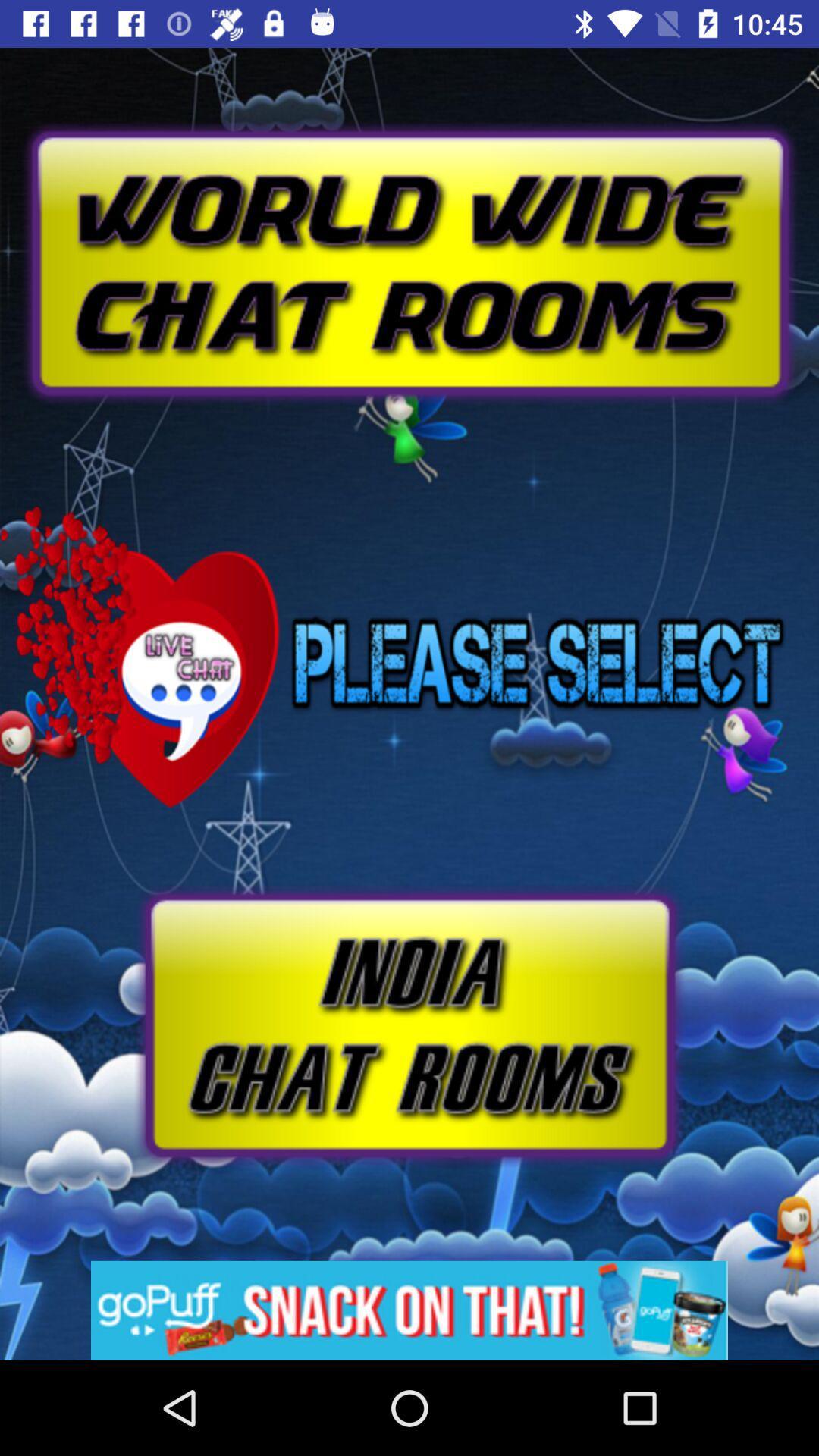  What do you see at coordinates (409, 227) in the screenshot?
I see `advertisement page` at bounding box center [409, 227].